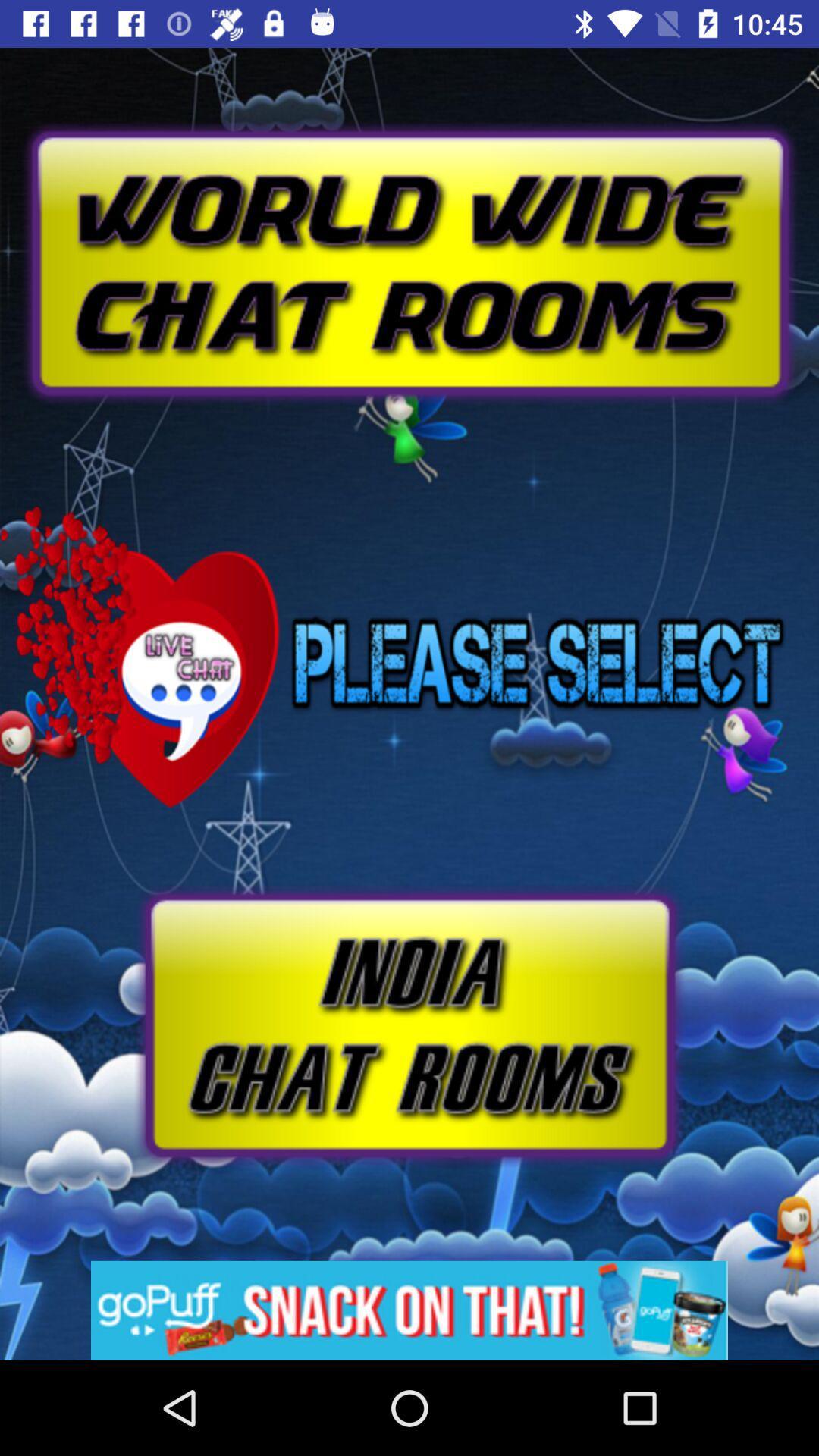  What do you see at coordinates (409, 227) in the screenshot?
I see `advertisement page` at bounding box center [409, 227].